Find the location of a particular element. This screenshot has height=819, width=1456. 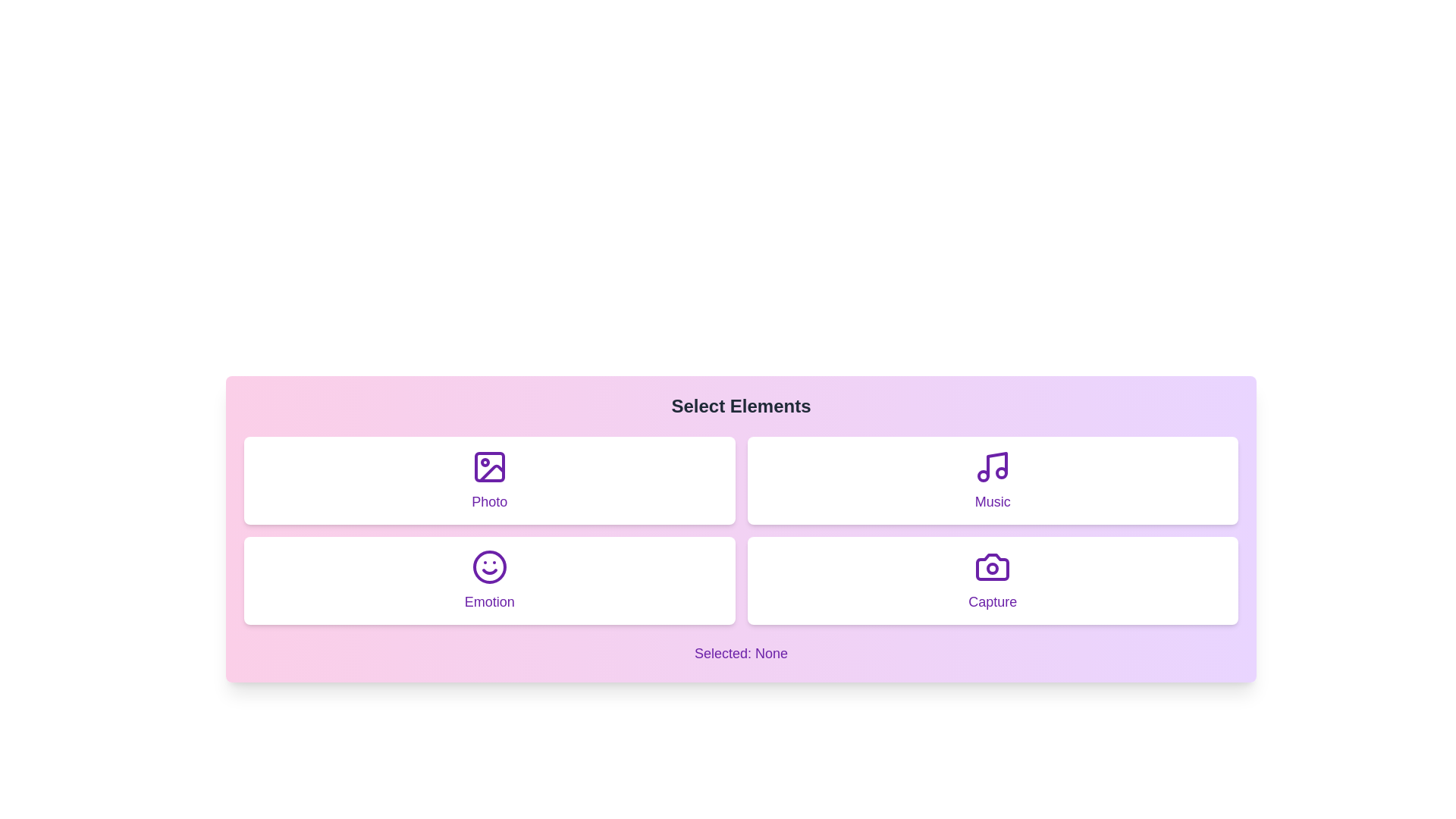

the element labeled Photo is located at coordinates (489, 480).